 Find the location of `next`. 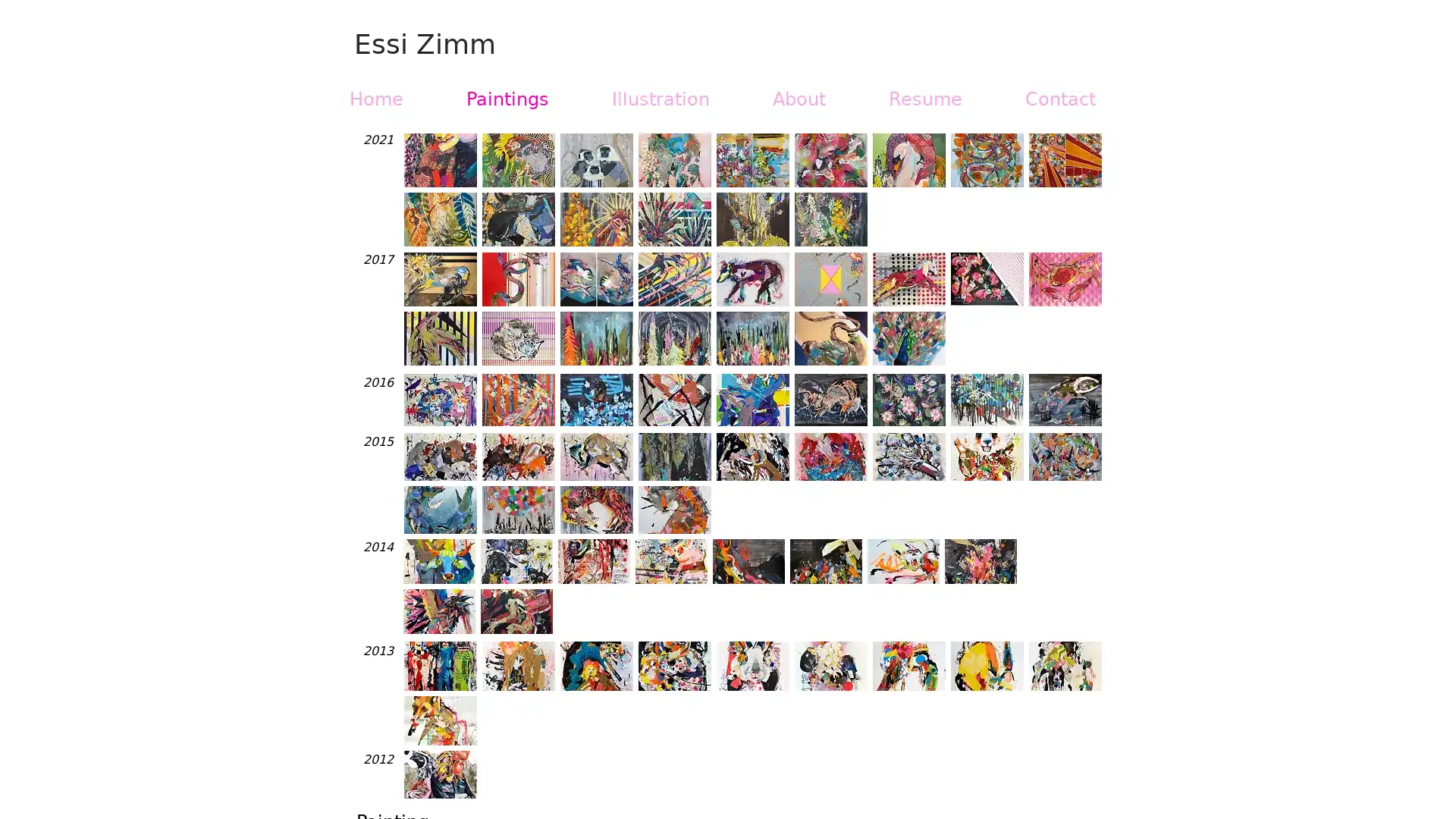

next is located at coordinates (1068, 786).